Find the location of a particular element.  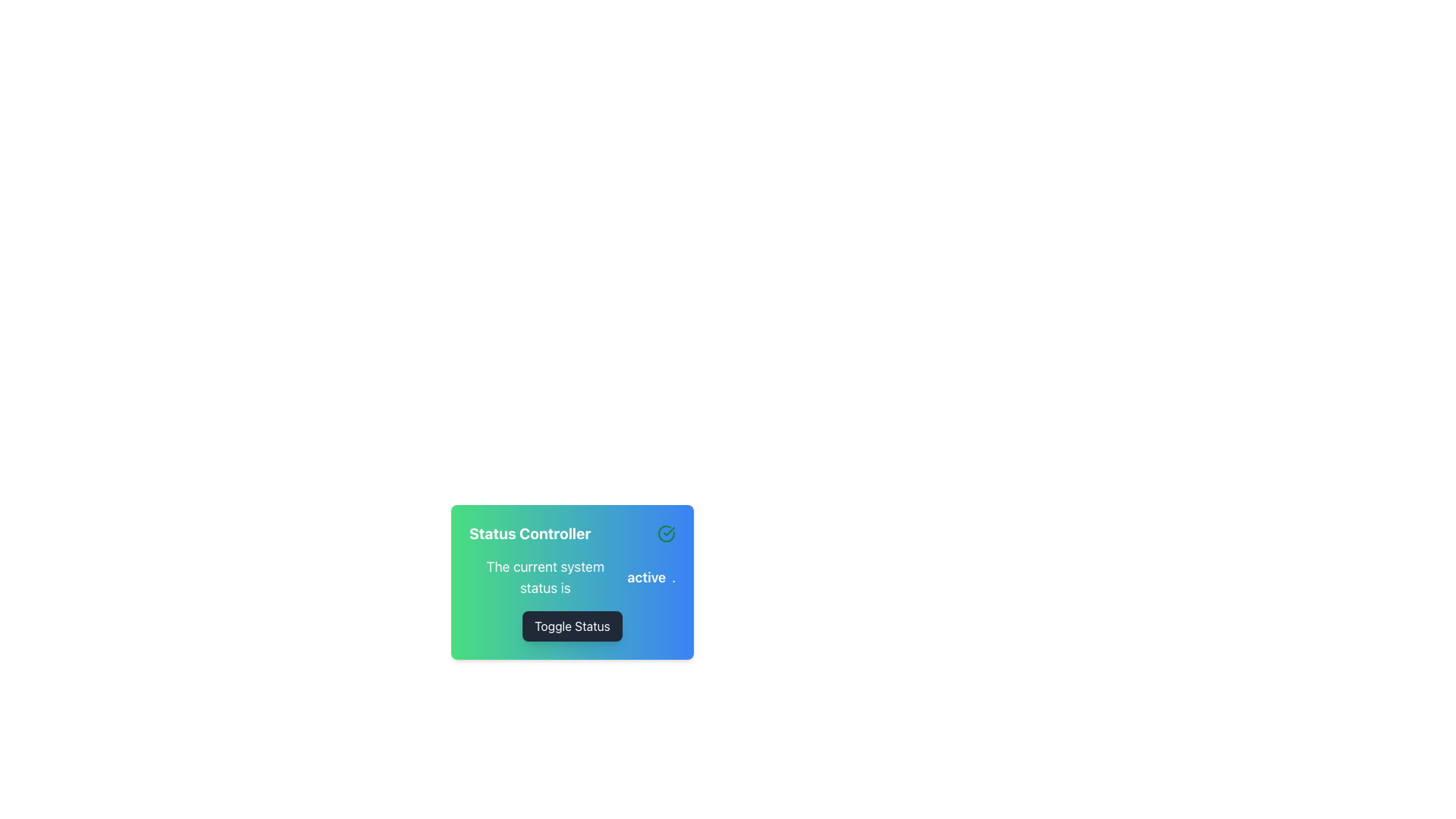

the Text Label that serves as a header or title indicating the purpose of the section for managing or displaying the status of a system, located near the center of the interface is located at coordinates (571, 533).